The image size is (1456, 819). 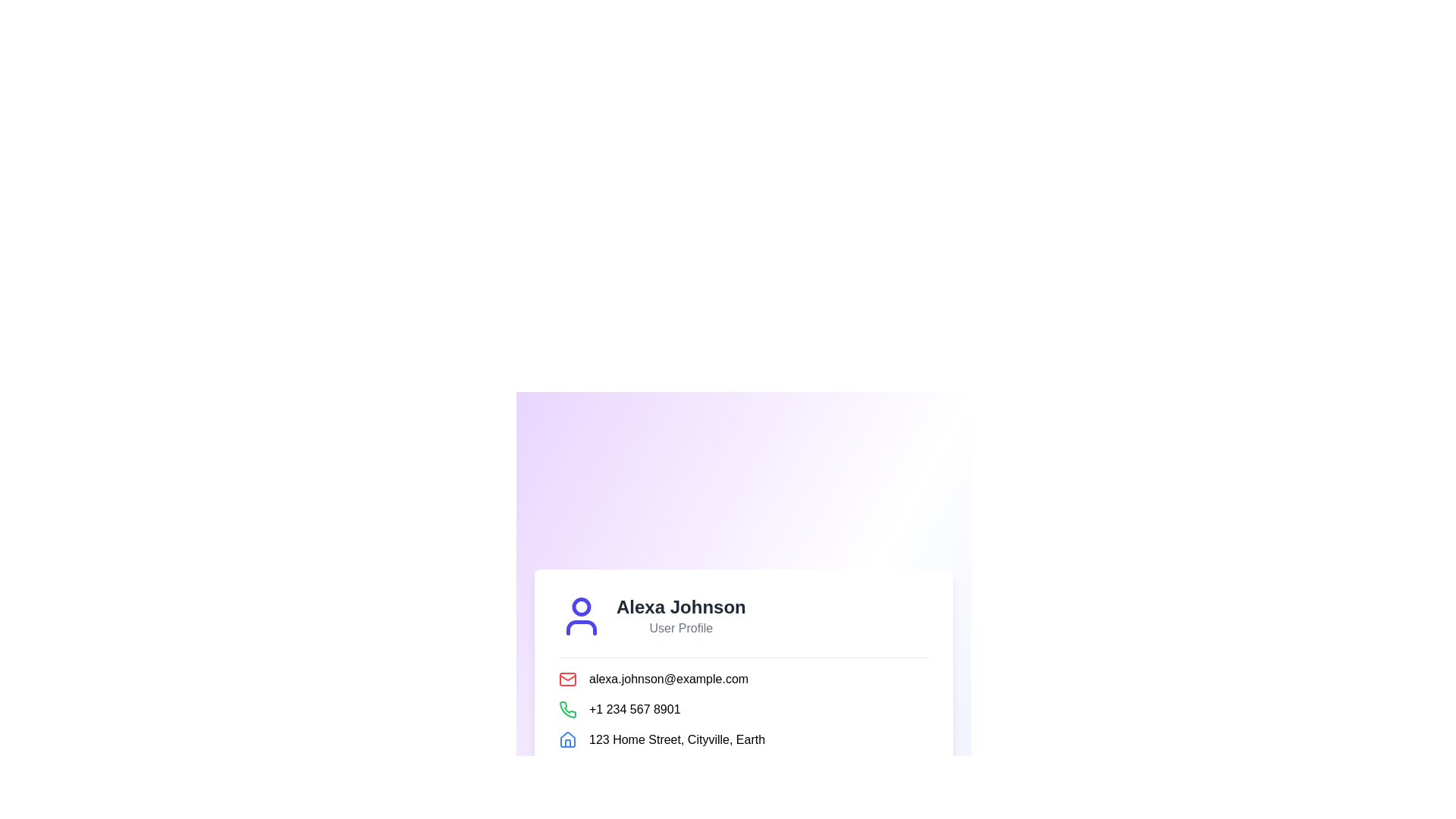 I want to click on the small circular SVG graphic element located at the top center of the user profile icon resembling a human silhouette, so click(x=581, y=605).